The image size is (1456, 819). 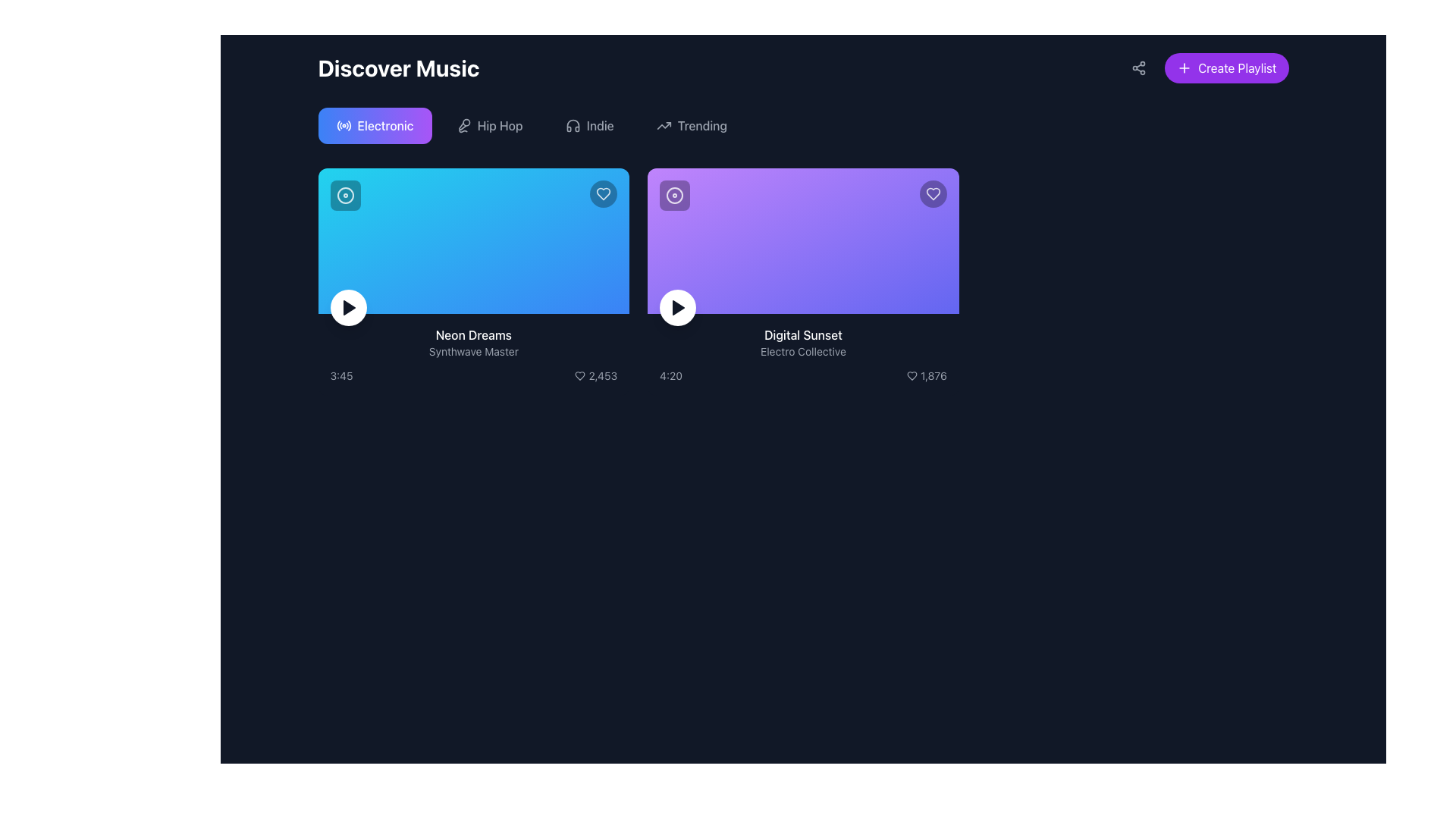 What do you see at coordinates (489, 124) in the screenshot?
I see `the 'Hip Hop' button` at bounding box center [489, 124].